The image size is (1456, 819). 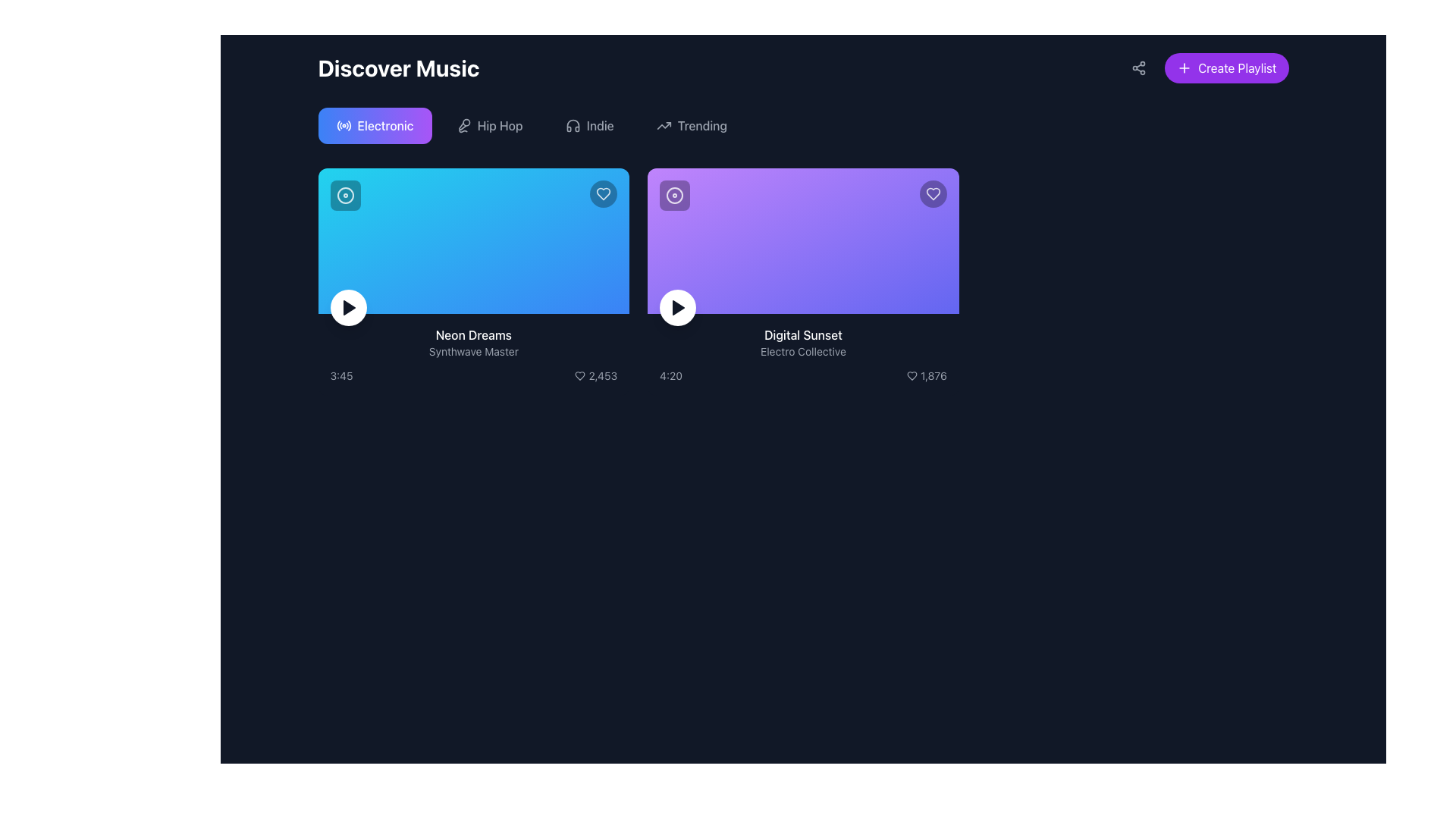 What do you see at coordinates (489, 124) in the screenshot?
I see `the 'Hip Hop' button` at bounding box center [489, 124].